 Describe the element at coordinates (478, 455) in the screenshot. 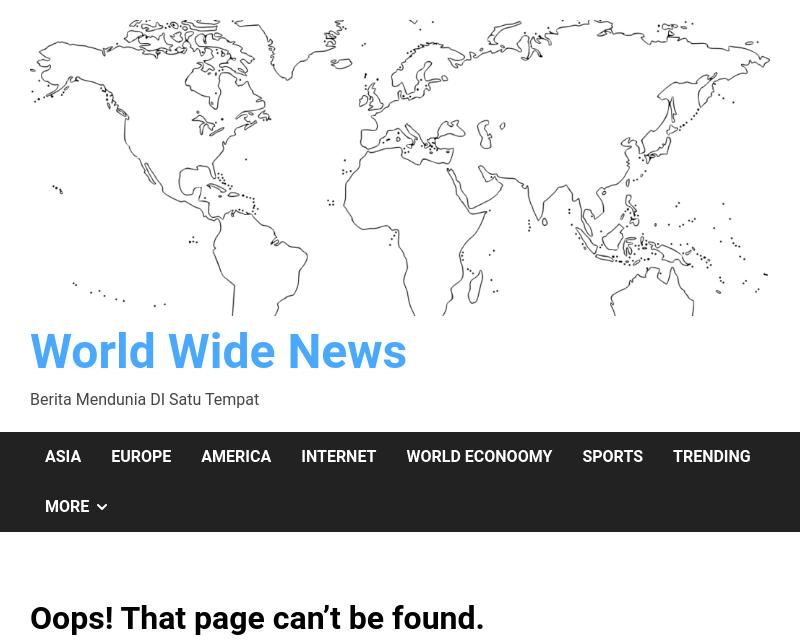

I see `'World Econoomy'` at that location.